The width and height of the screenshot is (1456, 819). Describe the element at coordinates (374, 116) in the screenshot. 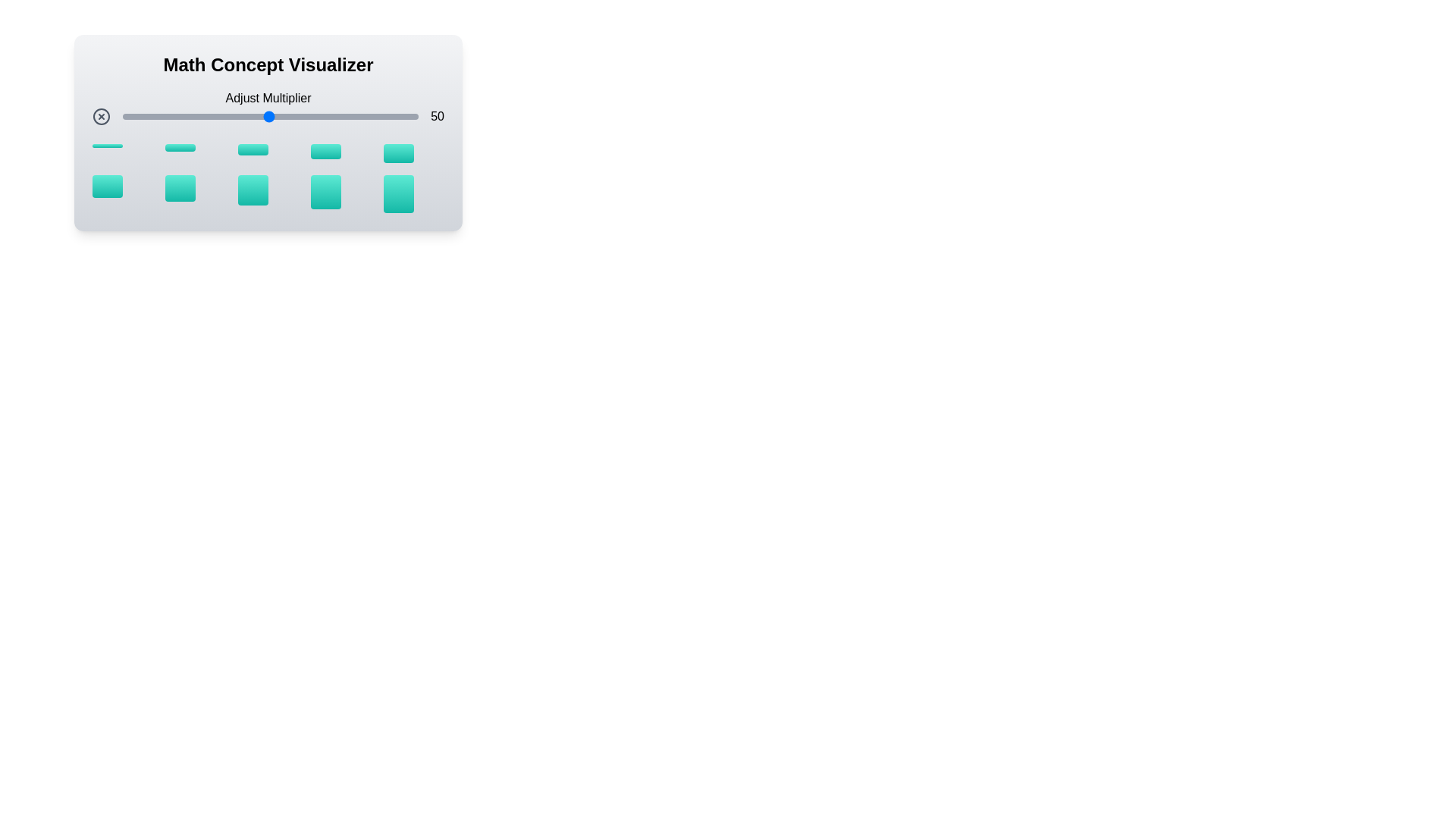

I see `the multiplier slider to set the value to 85` at that location.